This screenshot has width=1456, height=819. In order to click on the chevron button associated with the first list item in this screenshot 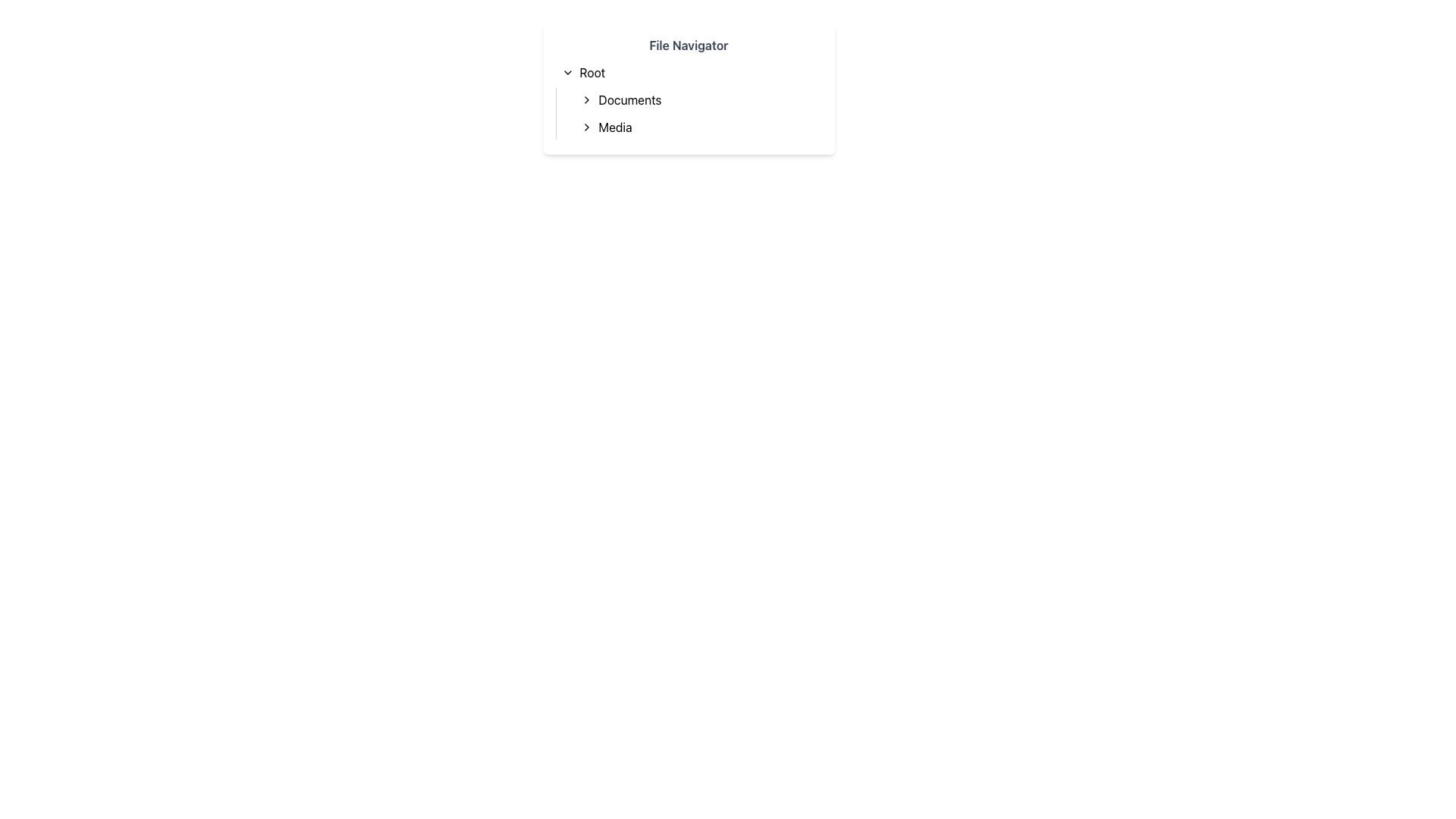, I will do `click(698, 99)`.